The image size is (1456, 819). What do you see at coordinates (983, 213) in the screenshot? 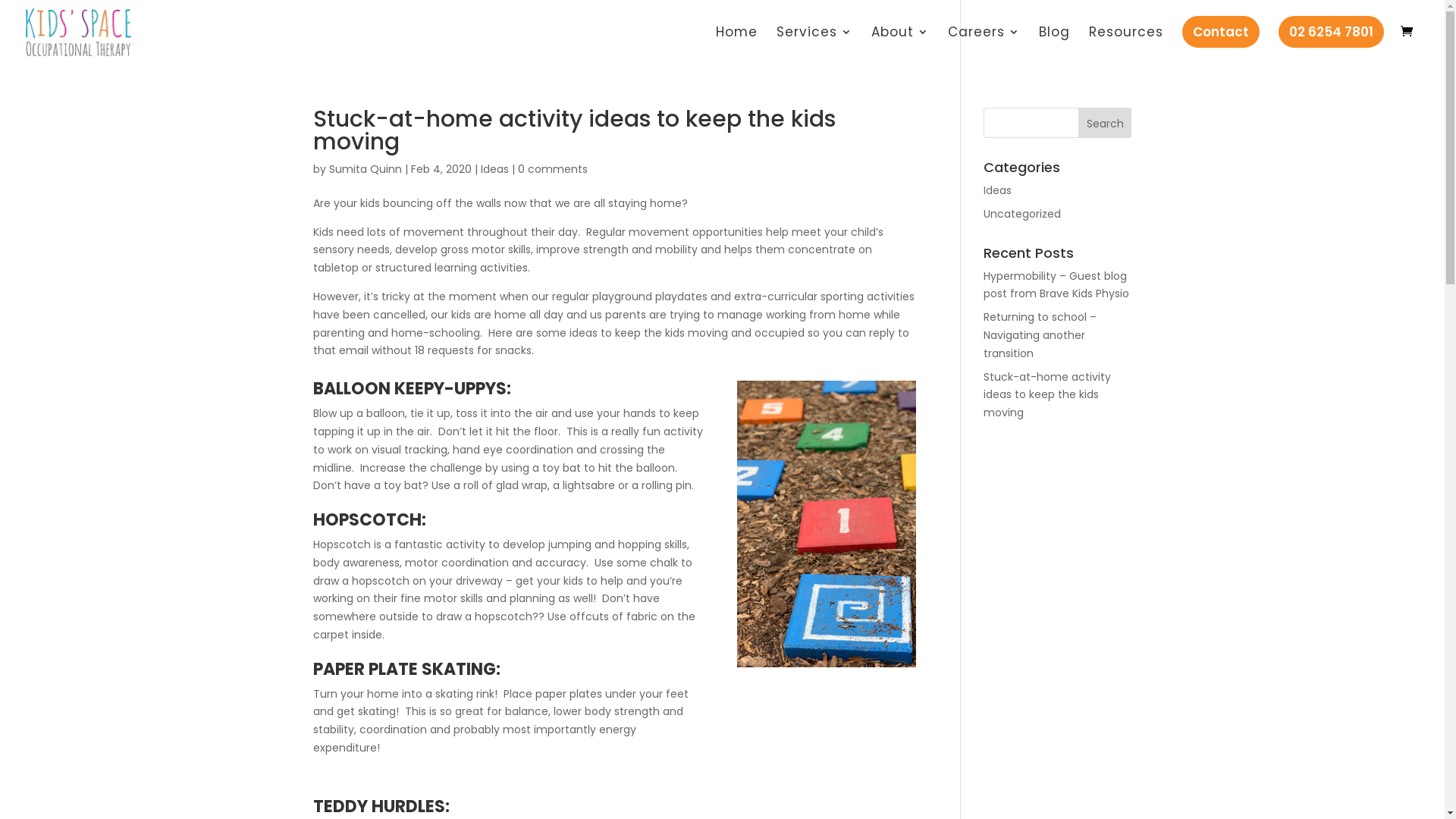
I see `'Uncategorized'` at bounding box center [983, 213].